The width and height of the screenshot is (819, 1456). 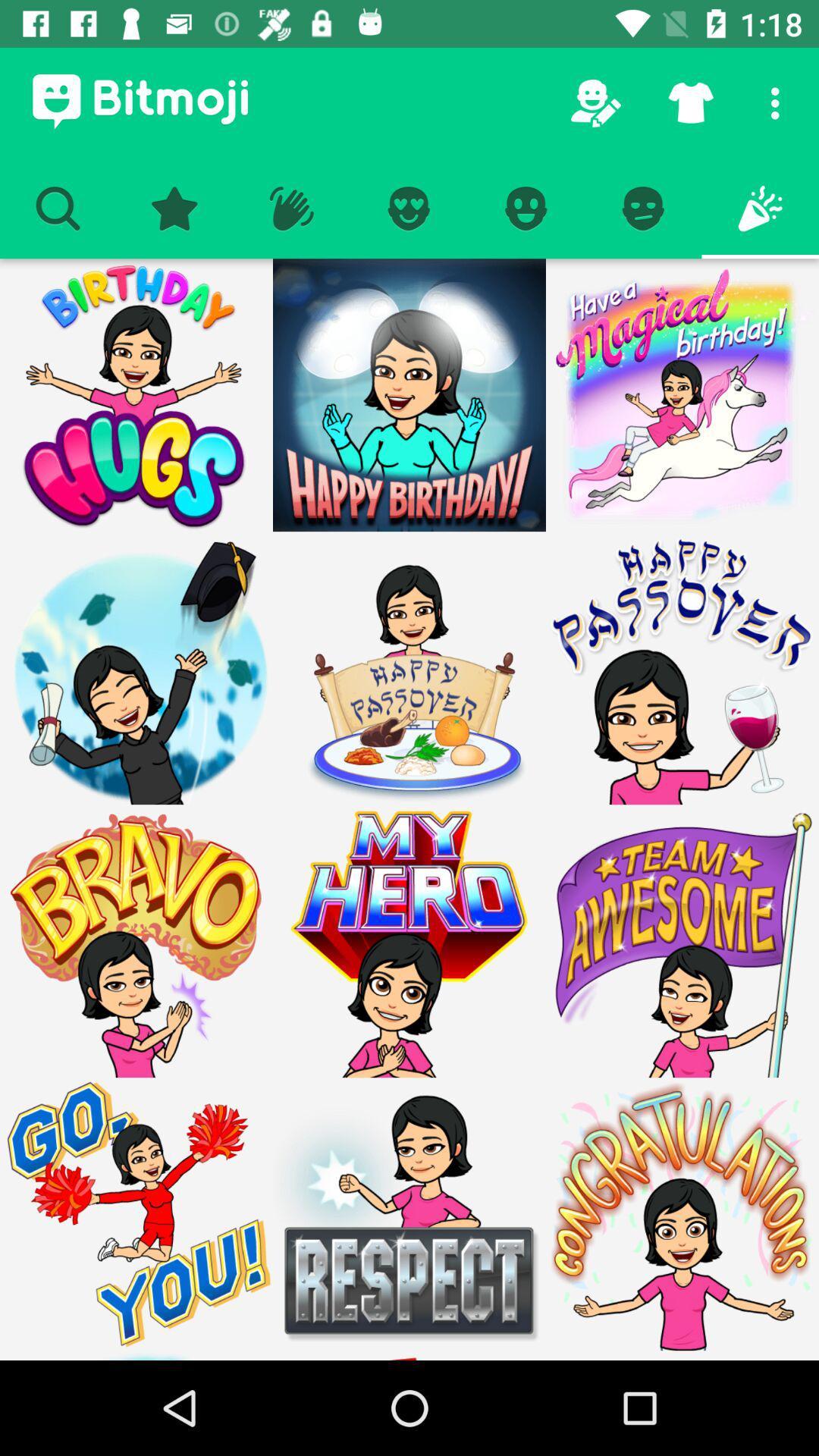 What do you see at coordinates (409, 395) in the screenshot?
I see `choose the option` at bounding box center [409, 395].